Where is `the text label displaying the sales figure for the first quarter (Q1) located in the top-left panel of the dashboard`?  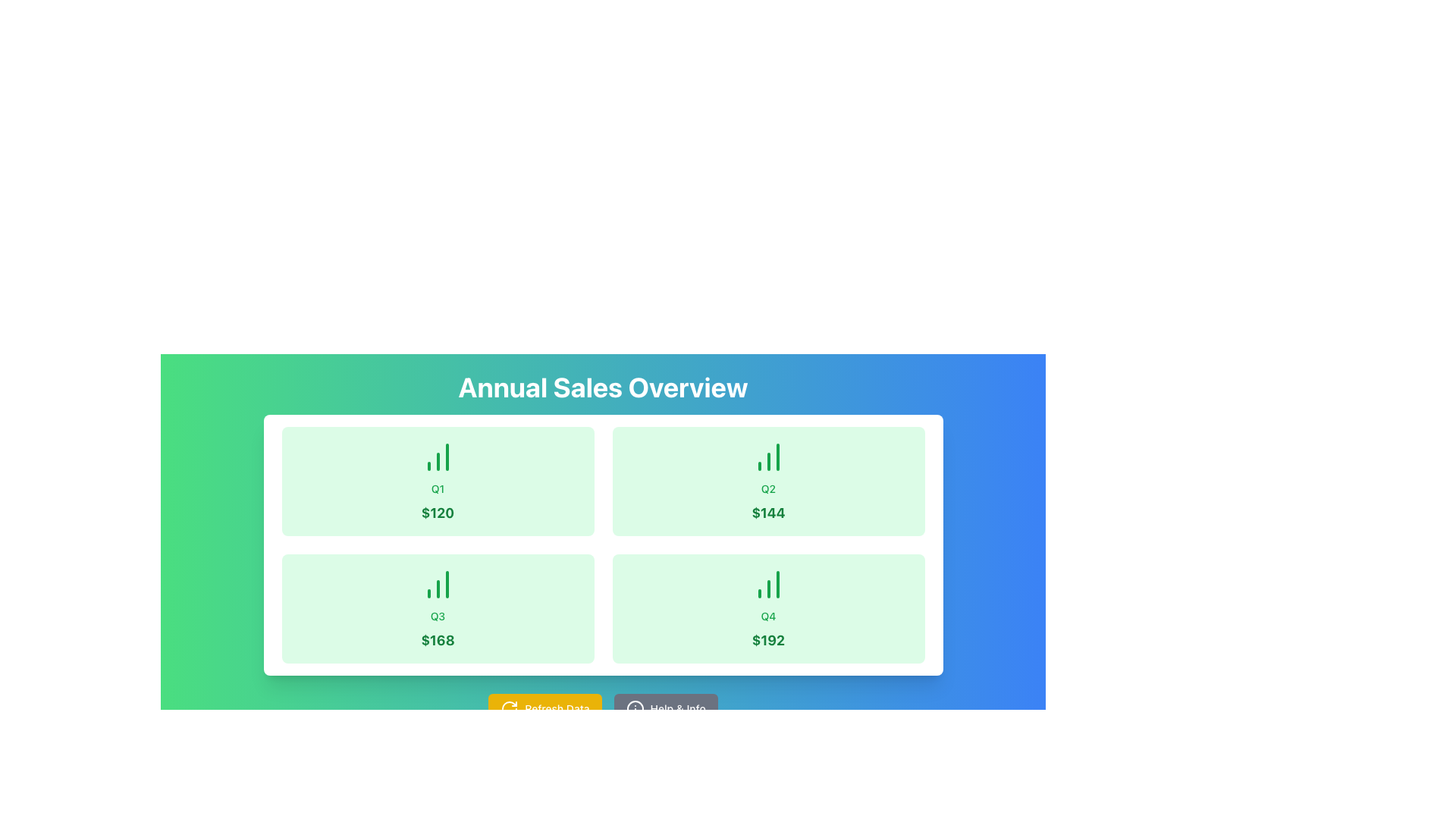 the text label displaying the sales figure for the first quarter (Q1) located in the top-left panel of the dashboard is located at coordinates (437, 513).